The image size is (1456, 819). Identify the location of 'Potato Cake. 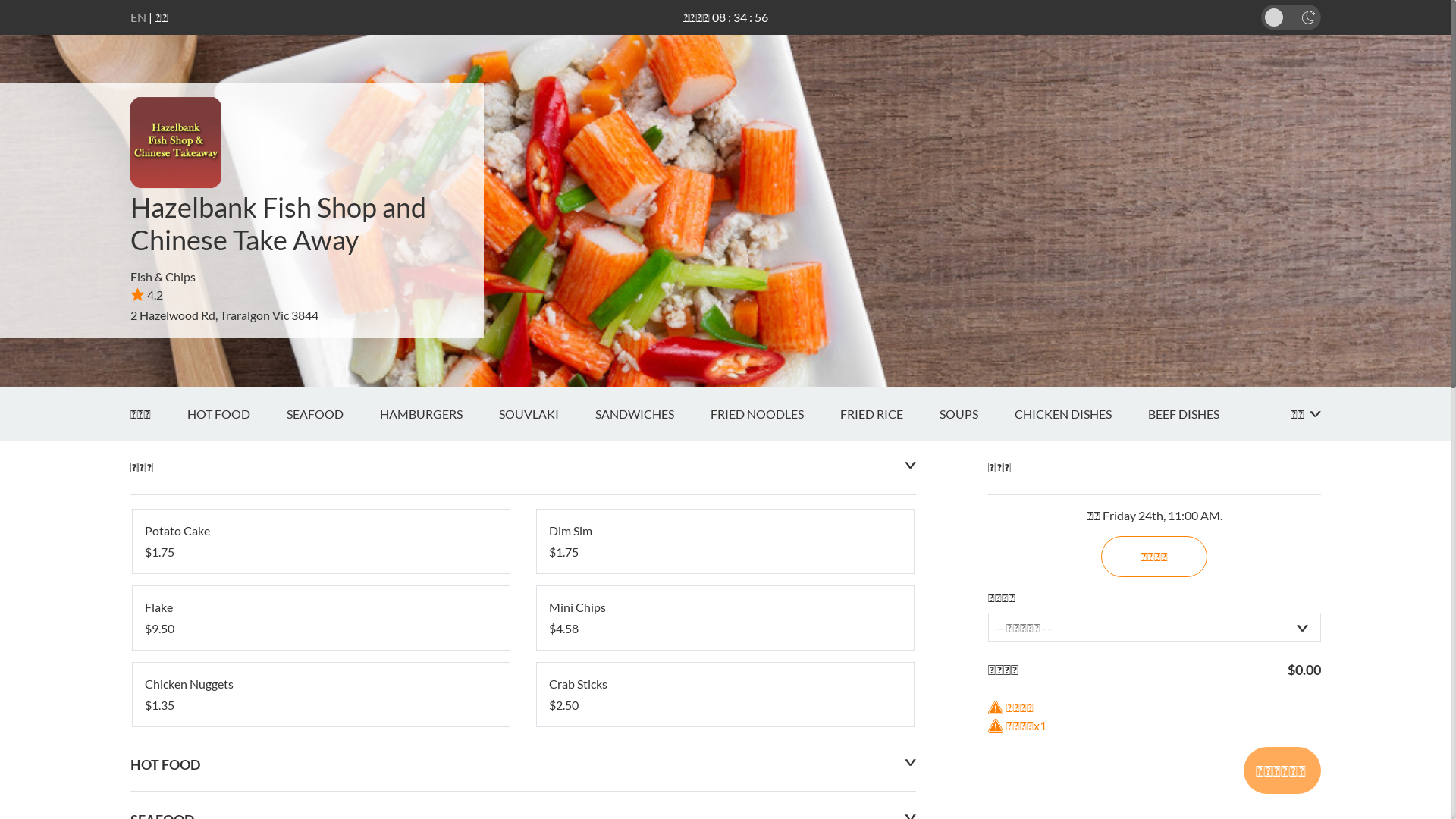
(319, 540).